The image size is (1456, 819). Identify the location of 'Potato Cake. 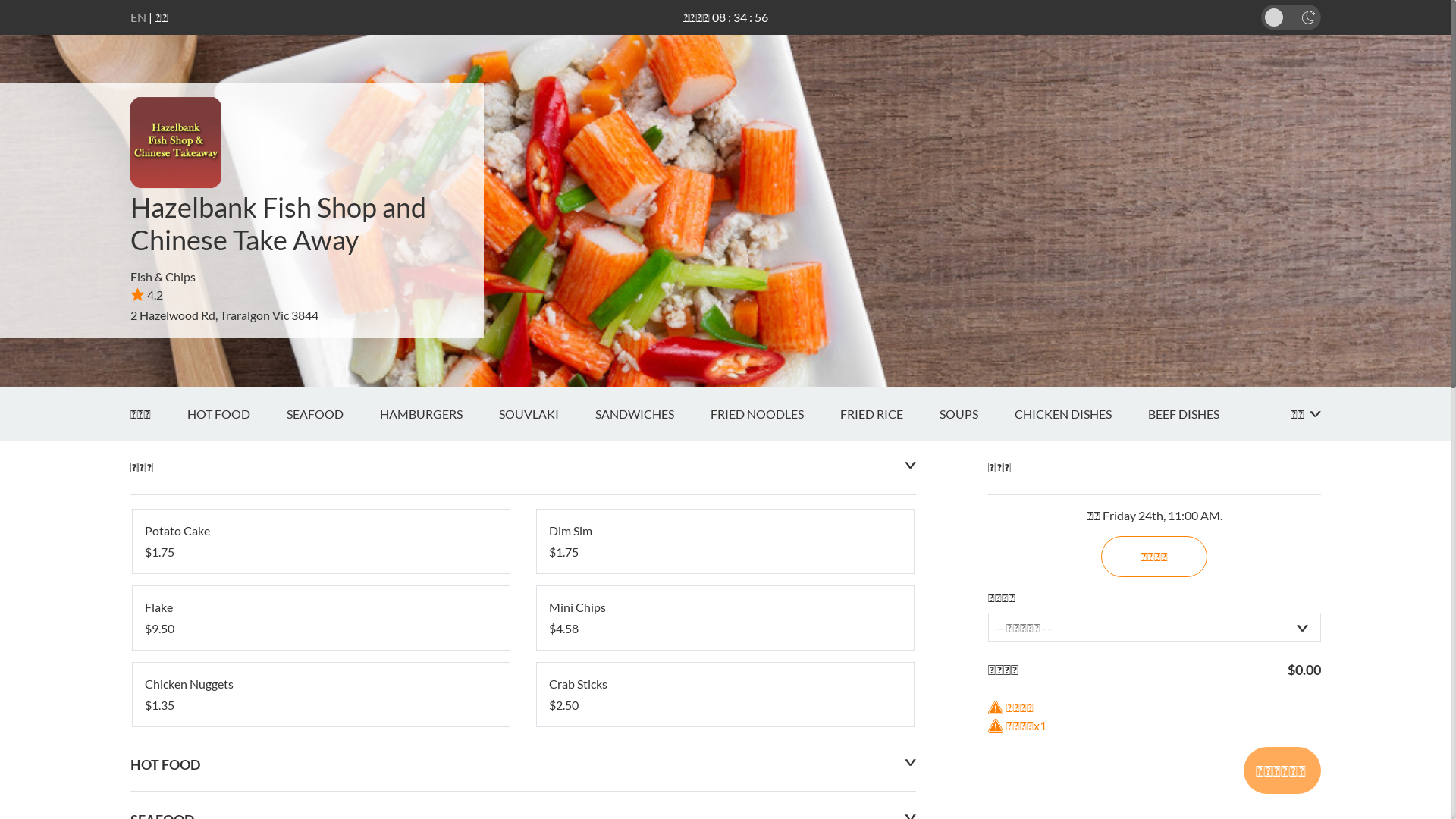
(319, 540).